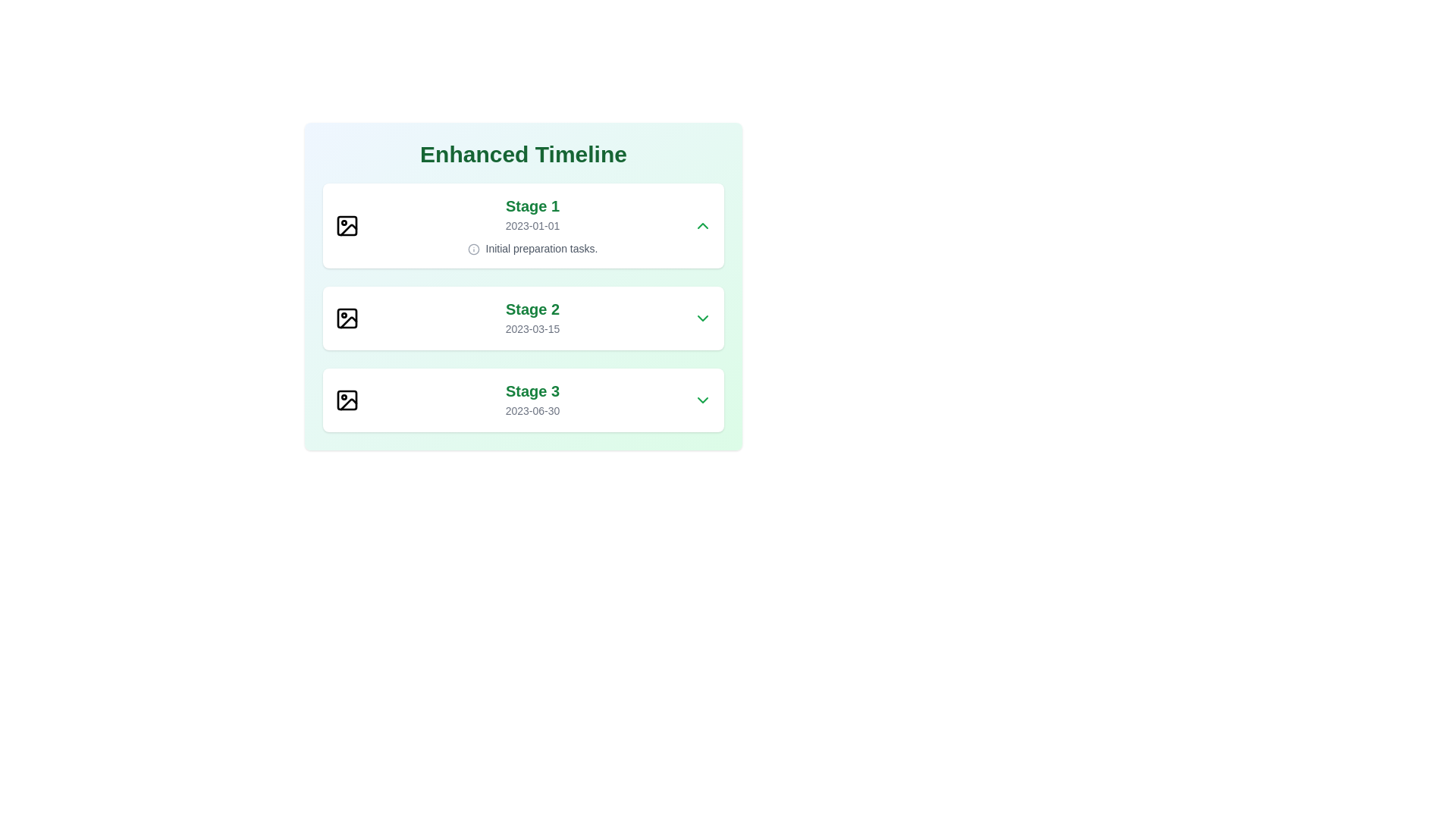 This screenshot has height=819, width=1456. Describe the element at coordinates (532, 225) in the screenshot. I see `date information displayed in the text label located below the 'Stage 1' header in the timeline interface` at that location.